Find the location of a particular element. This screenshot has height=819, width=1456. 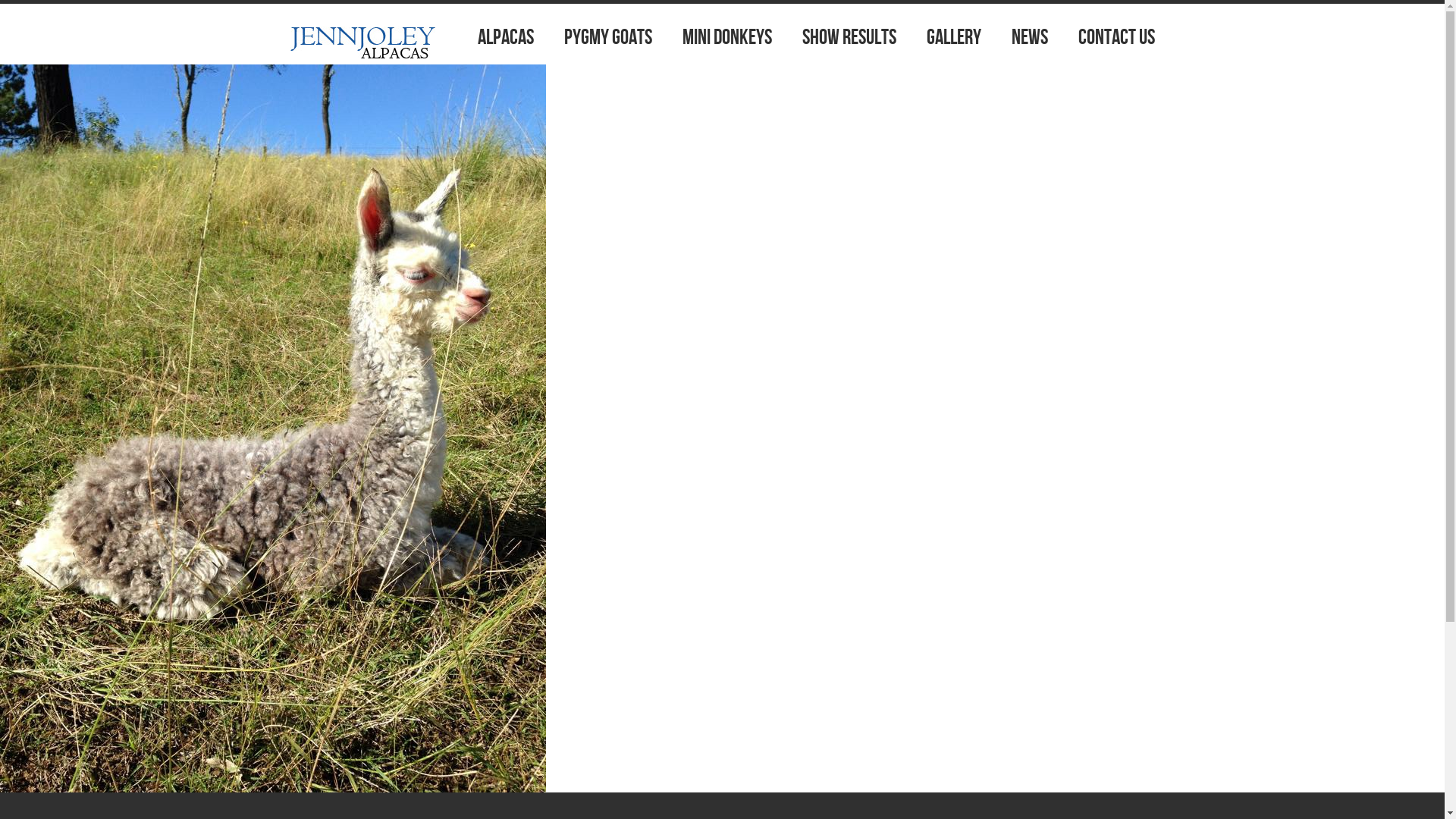

'NEWS' is located at coordinates (1030, 37).